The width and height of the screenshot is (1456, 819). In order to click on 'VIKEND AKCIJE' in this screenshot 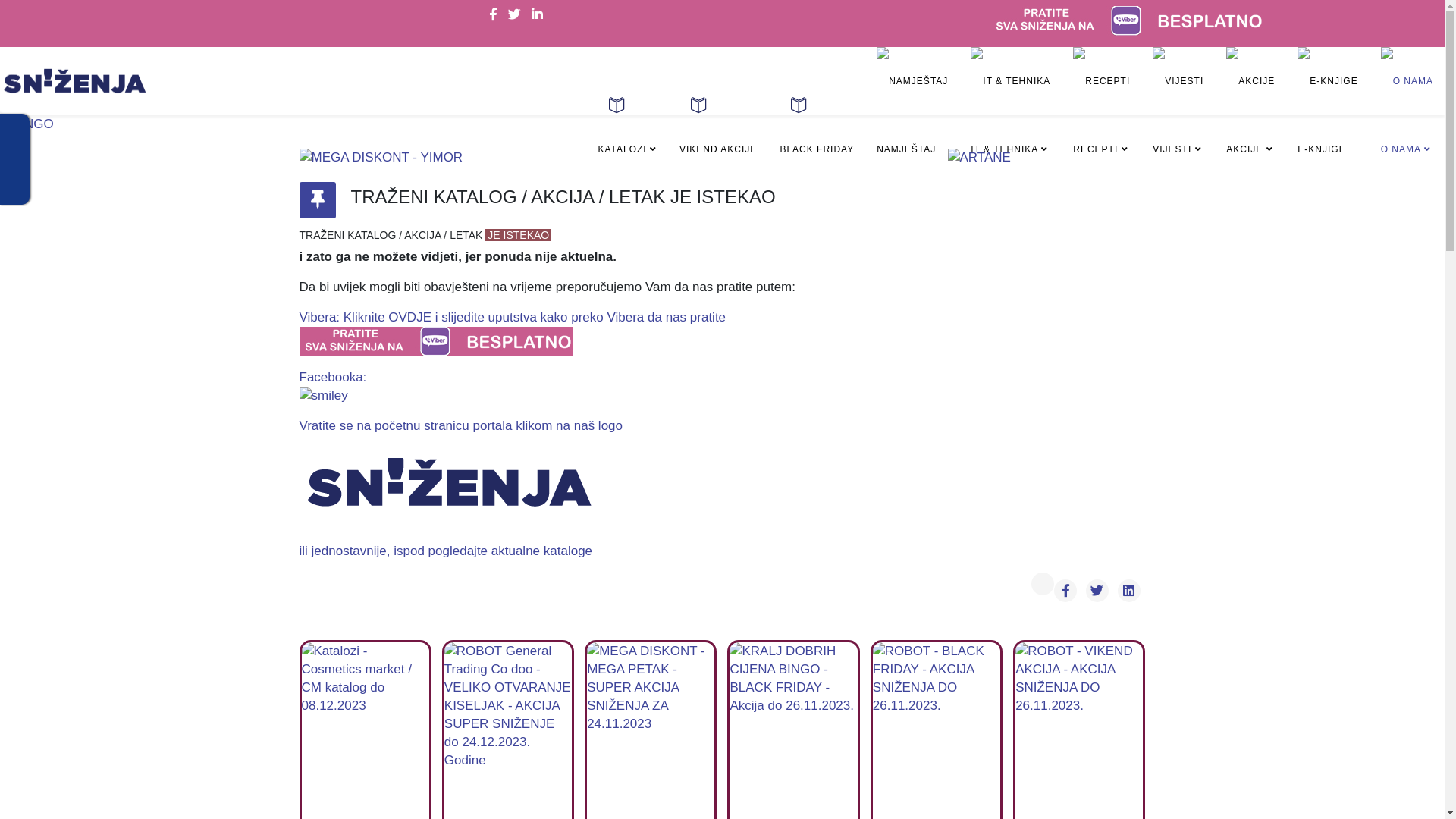, I will do `click(717, 138)`.